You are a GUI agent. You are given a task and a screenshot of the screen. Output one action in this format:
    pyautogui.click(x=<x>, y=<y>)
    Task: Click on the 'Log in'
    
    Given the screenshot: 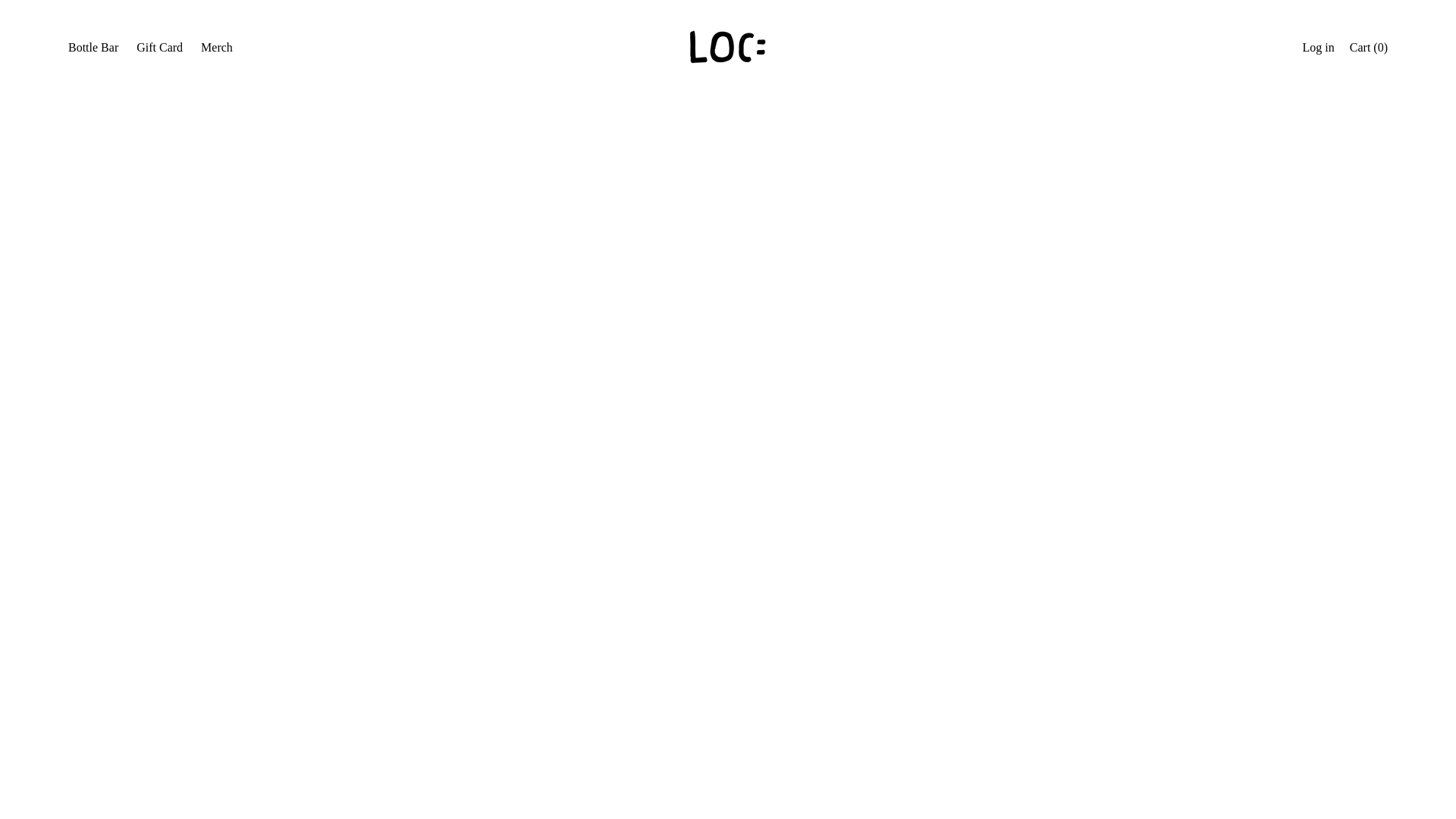 What is the action you would take?
    pyautogui.click(x=1317, y=49)
    